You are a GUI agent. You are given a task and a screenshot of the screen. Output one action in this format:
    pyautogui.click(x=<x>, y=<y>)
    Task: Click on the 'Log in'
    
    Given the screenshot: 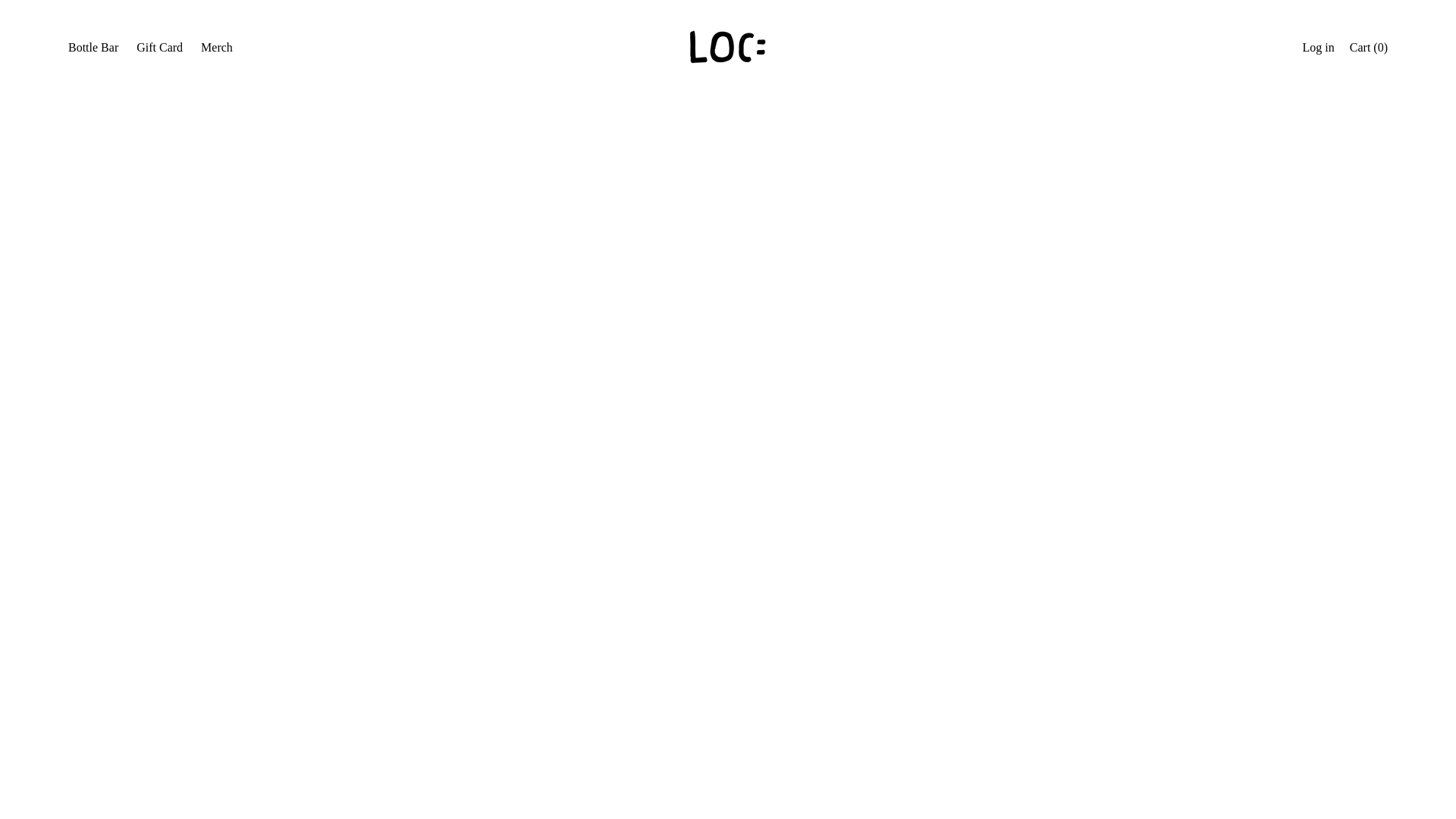 What is the action you would take?
    pyautogui.click(x=1317, y=49)
    